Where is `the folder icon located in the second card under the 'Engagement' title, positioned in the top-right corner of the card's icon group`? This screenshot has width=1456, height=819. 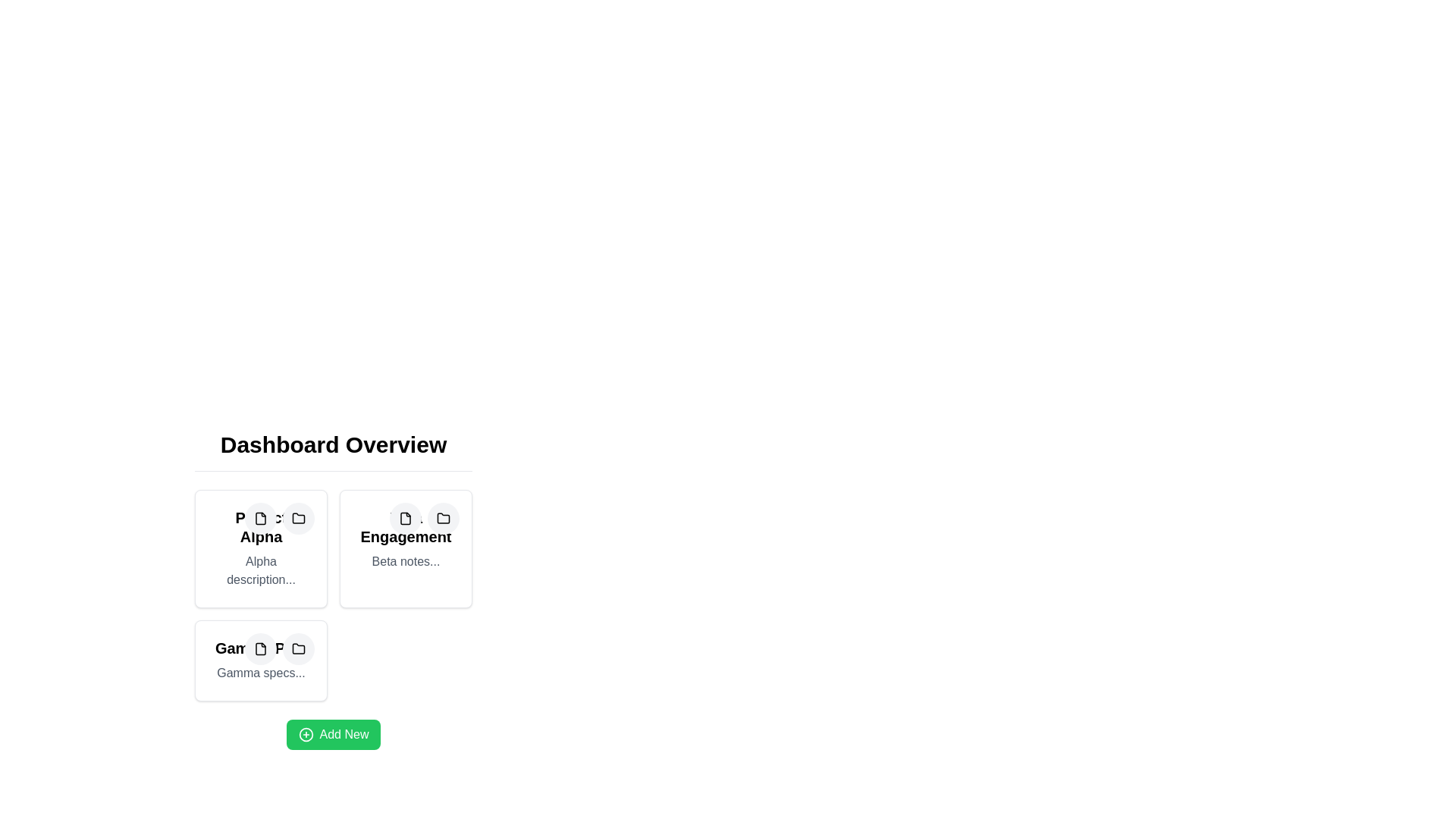
the folder icon located in the second card under the 'Engagement' title, positioned in the top-right corner of the card's icon group is located at coordinates (443, 516).